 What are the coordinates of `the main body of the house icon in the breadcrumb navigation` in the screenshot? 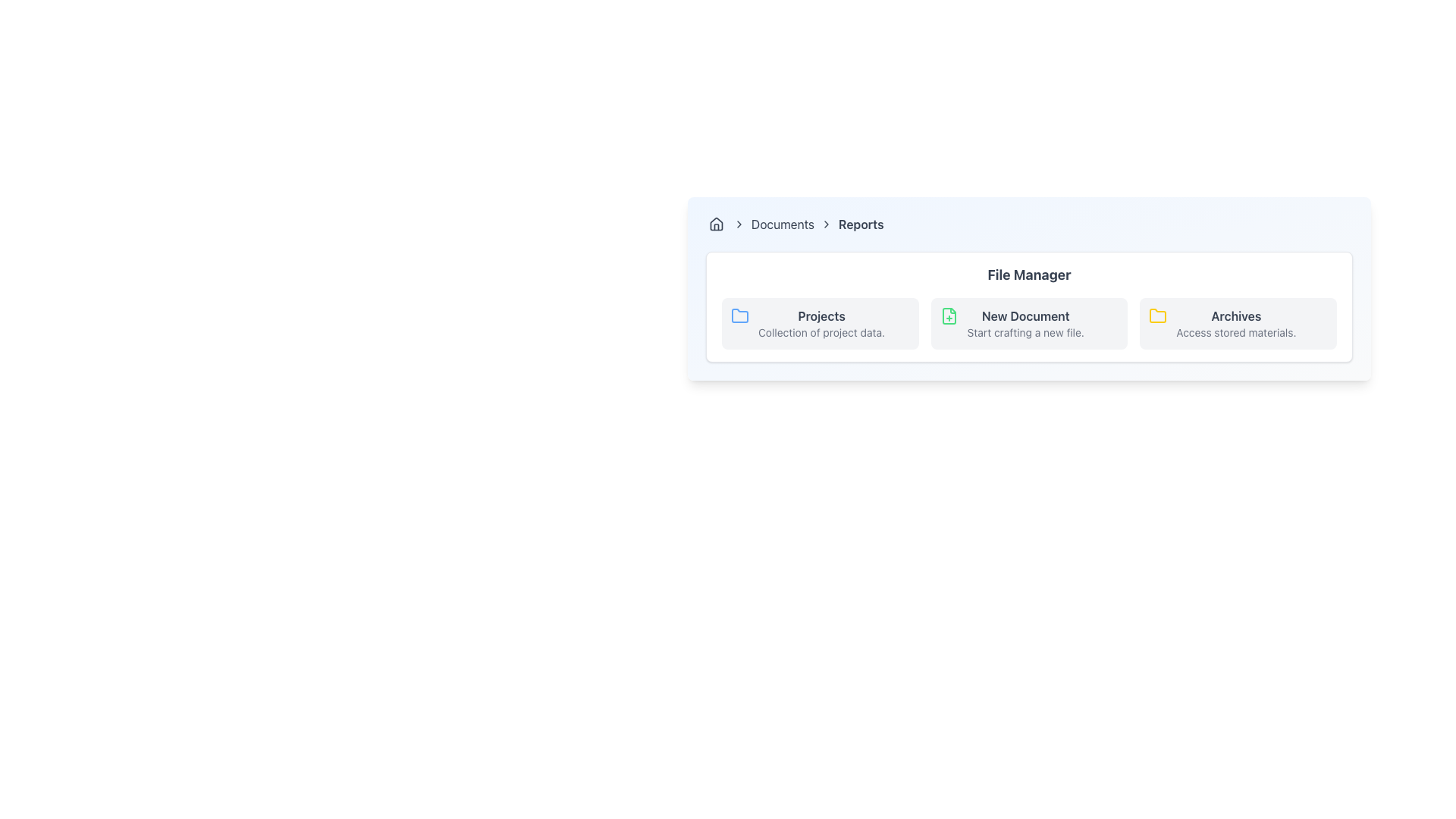 It's located at (716, 223).